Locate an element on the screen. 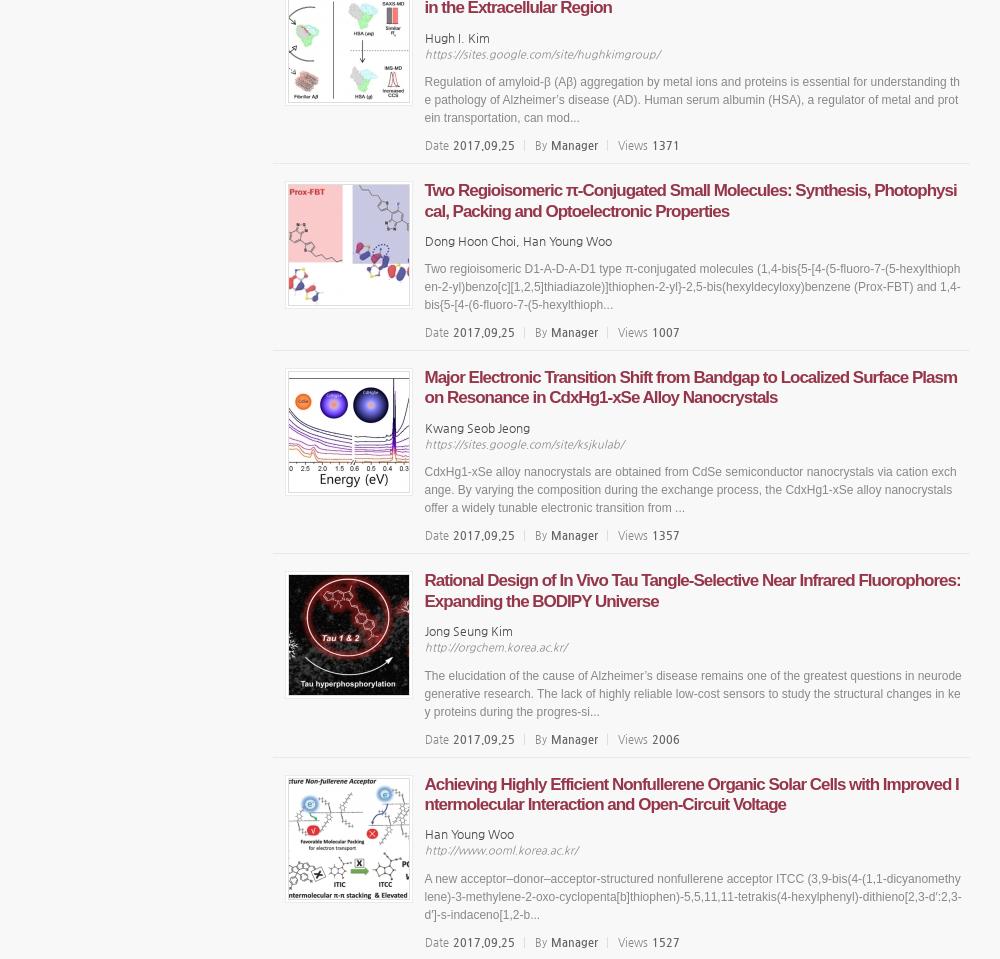  'Regulation of amyloid-β (Aβ) aggregation by metal ions and proteins is essential for understanding the pathology of Alzheimer’s disease (AD). Human serum albumin (HSA), a regulator of metal and protein transportation, can mod...' is located at coordinates (690, 100).